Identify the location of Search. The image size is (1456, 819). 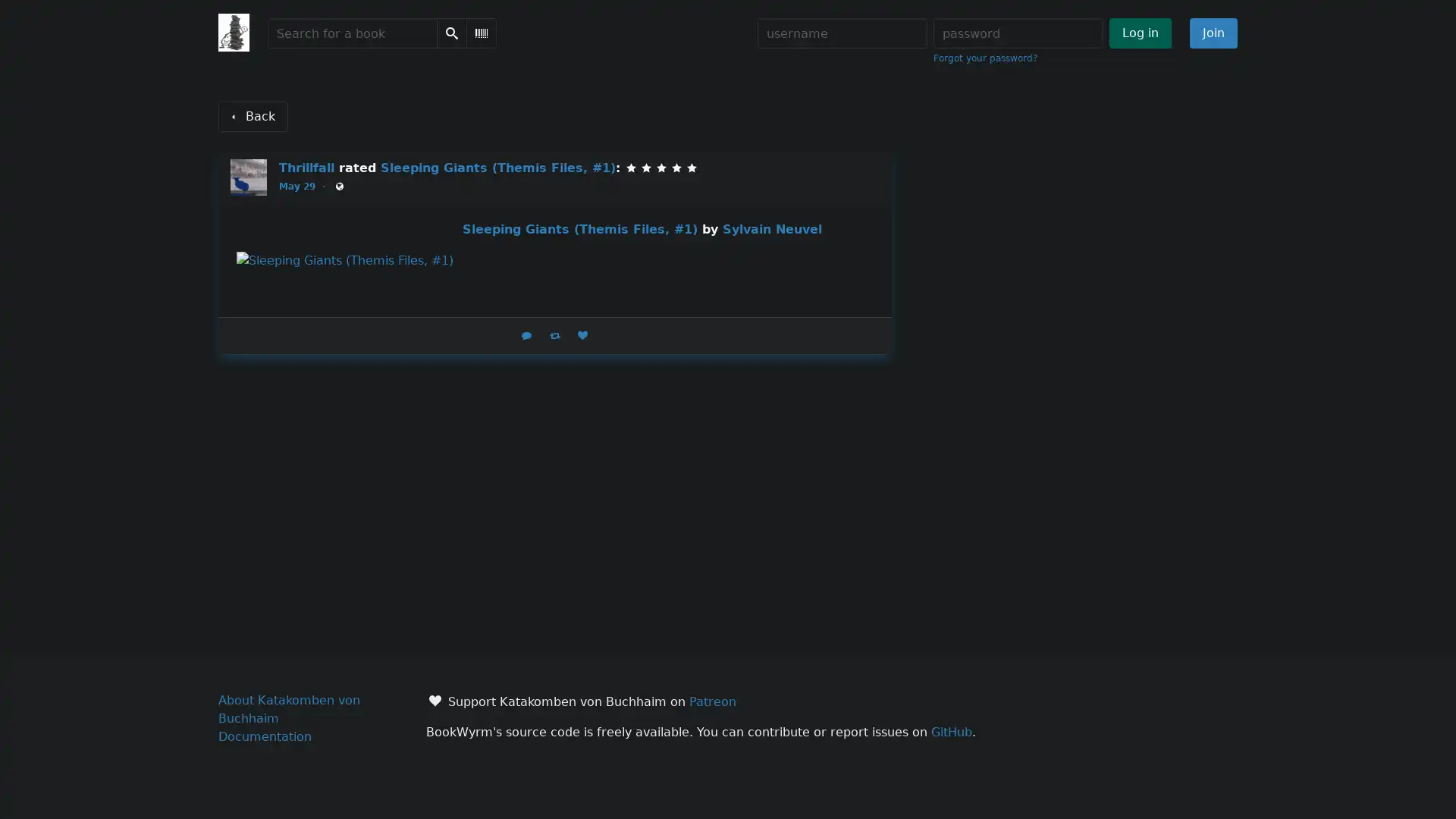
(450, 33).